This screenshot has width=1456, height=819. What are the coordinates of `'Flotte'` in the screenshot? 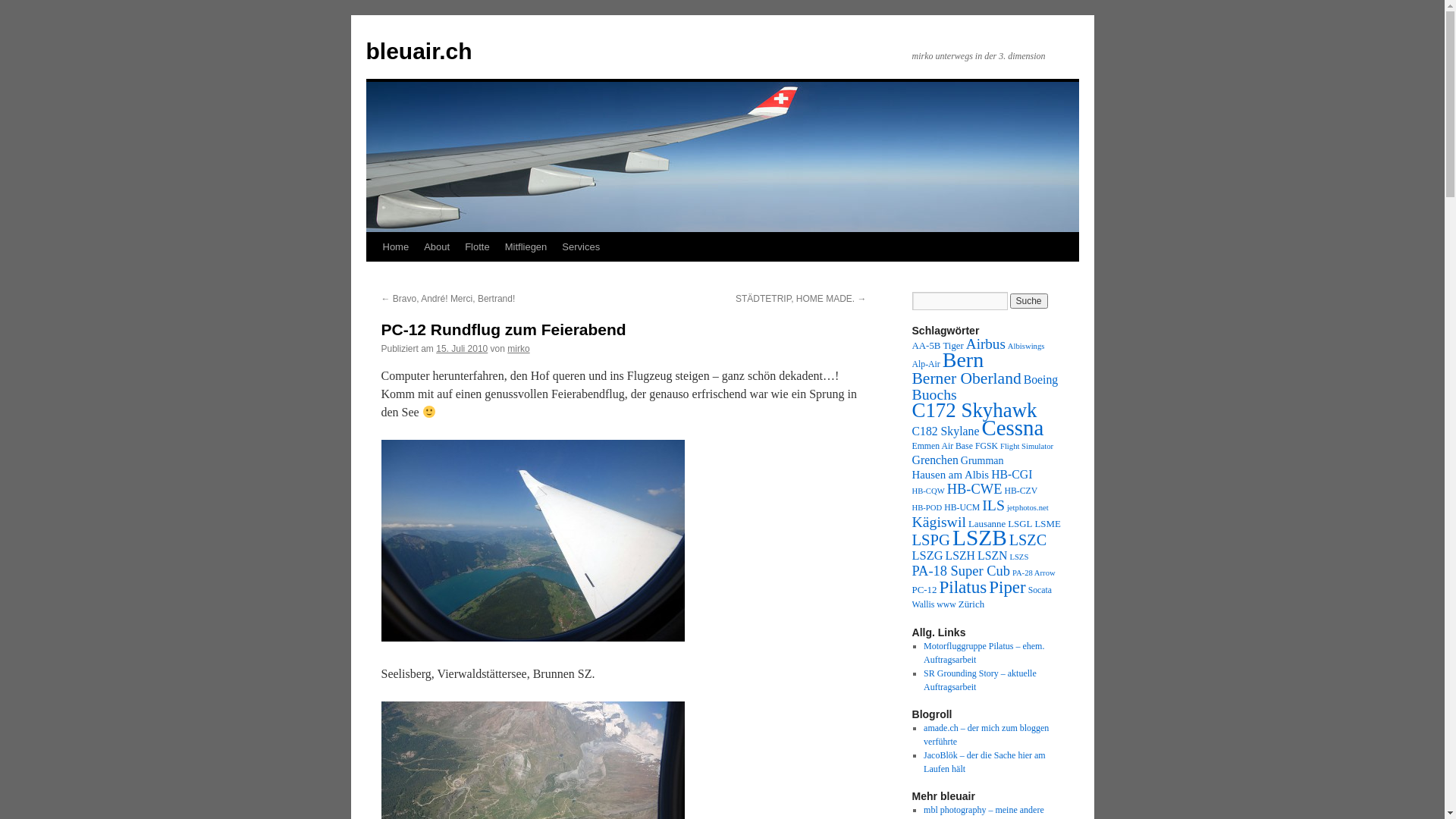 It's located at (476, 246).